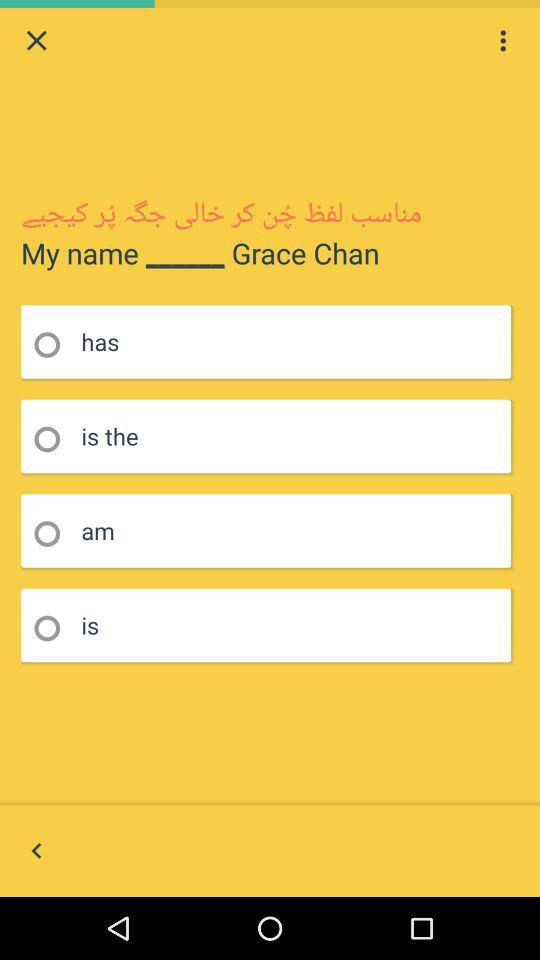 The image size is (540, 960). Describe the element at coordinates (502, 39) in the screenshot. I see `open option menu` at that location.